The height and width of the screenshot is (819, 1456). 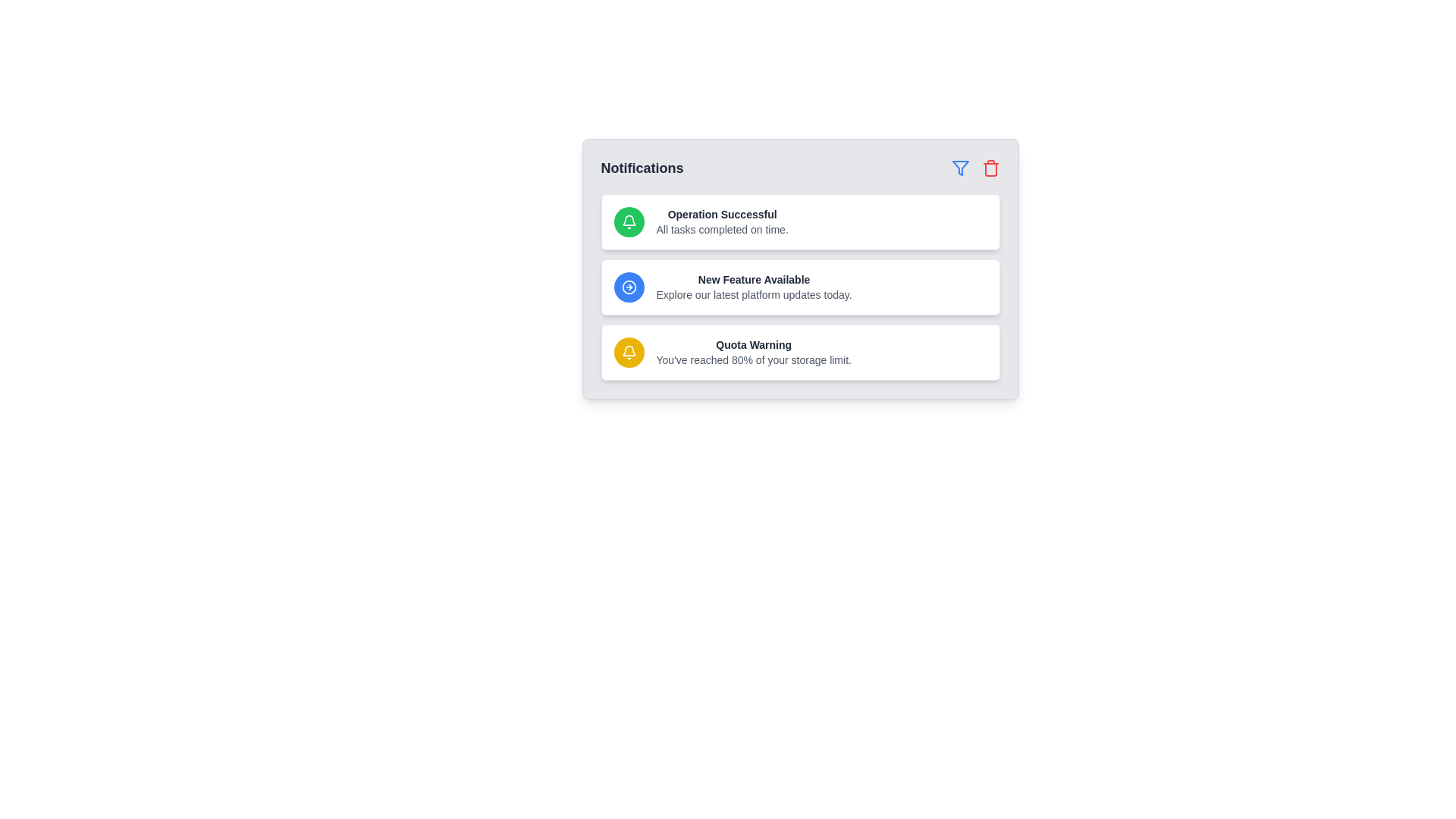 What do you see at coordinates (629, 219) in the screenshot?
I see `the bell-shaped SVG notification icon` at bounding box center [629, 219].